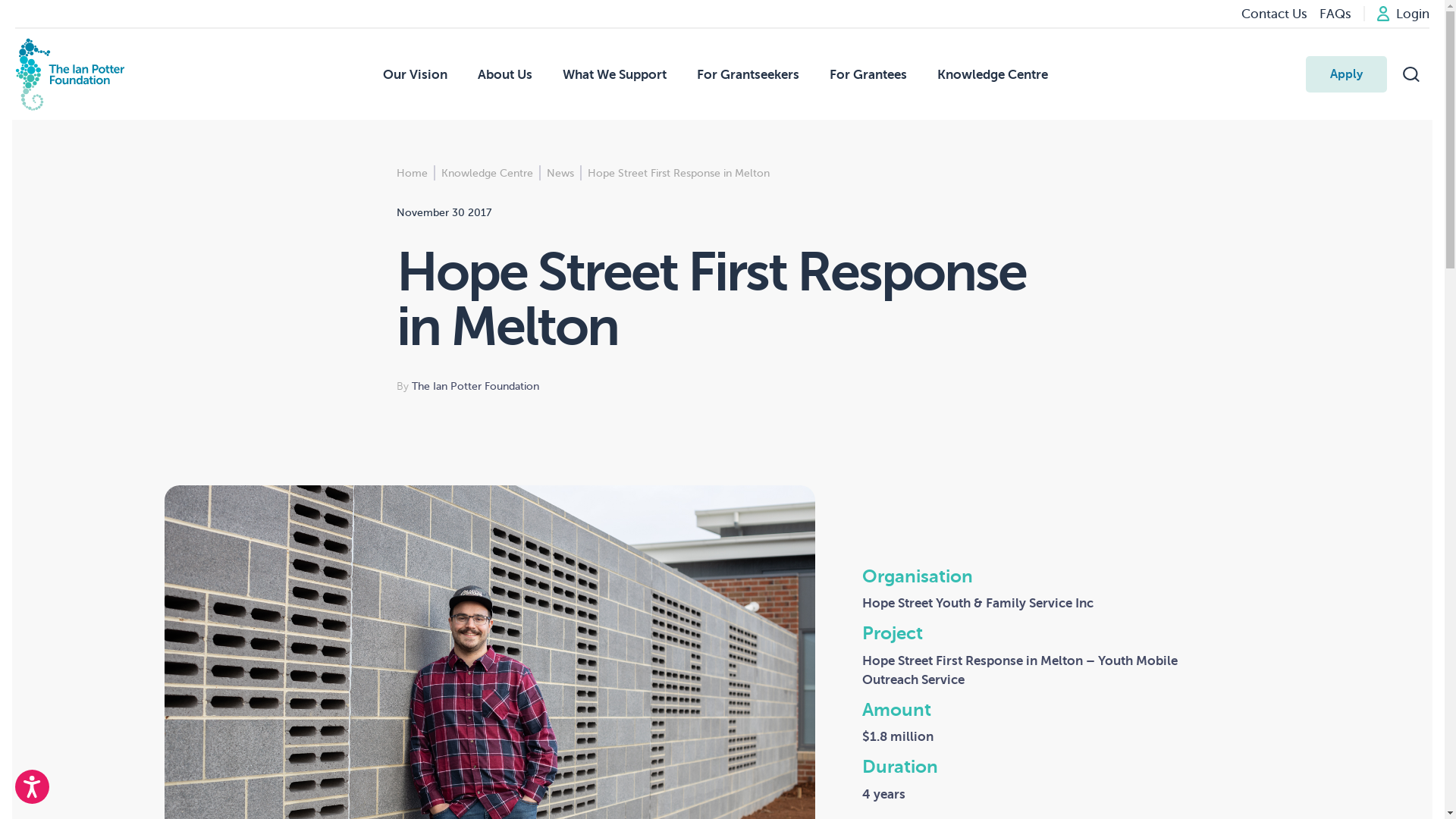 This screenshot has height=819, width=1456. Describe the element at coordinates (614, 74) in the screenshot. I see `'What We Support'` at that location.